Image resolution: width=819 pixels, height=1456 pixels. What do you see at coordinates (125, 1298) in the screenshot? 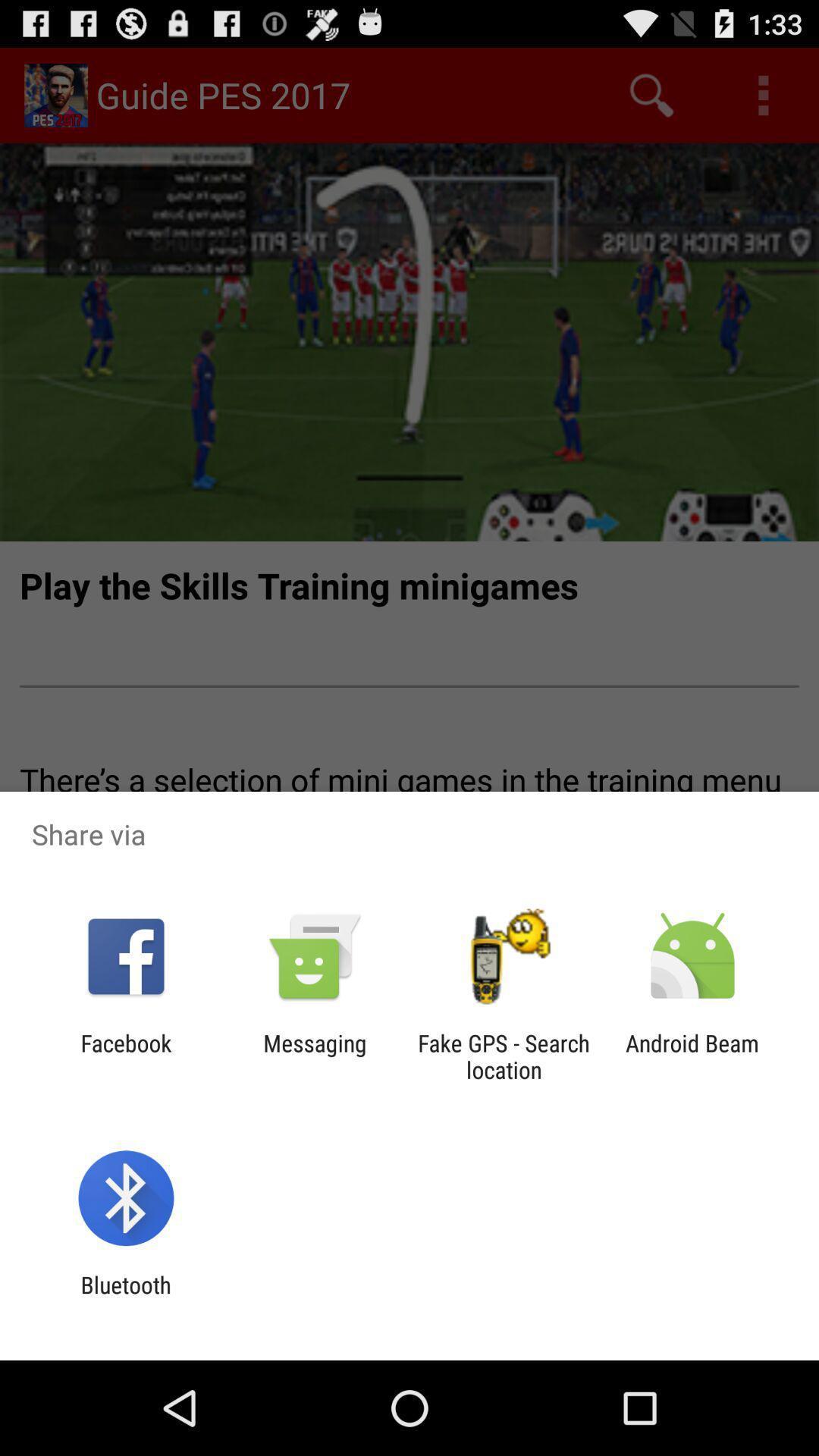
I see `bluetooth item` at bounding box center [125, 1298].